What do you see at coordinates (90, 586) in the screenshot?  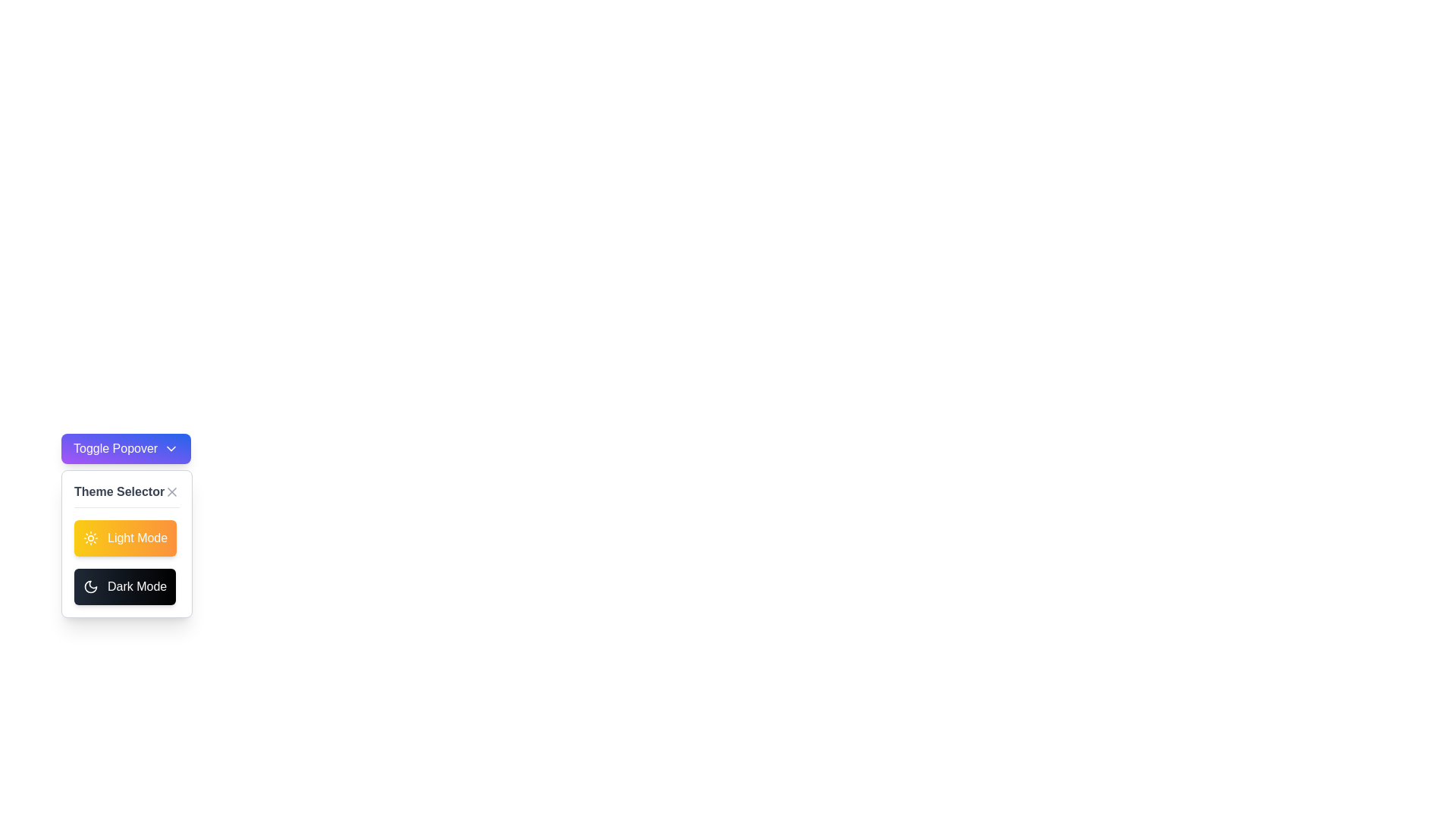 I see `the 'Dark Mode' button icon that represents the theme option within the dropdown menu` at bounding box center [90, 586].